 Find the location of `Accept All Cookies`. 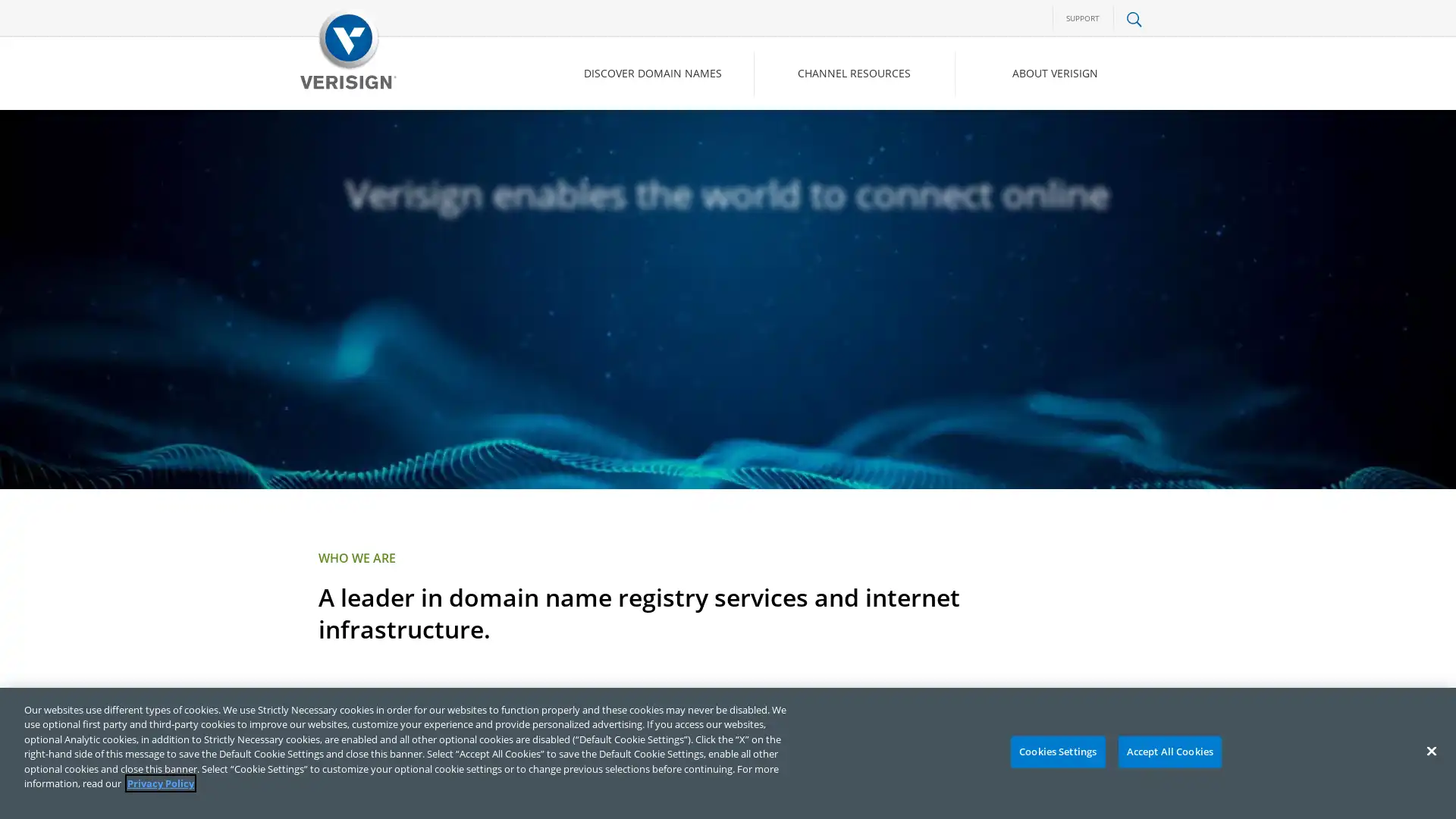

Accept All Cookies is located at coordinates (1169, 752).